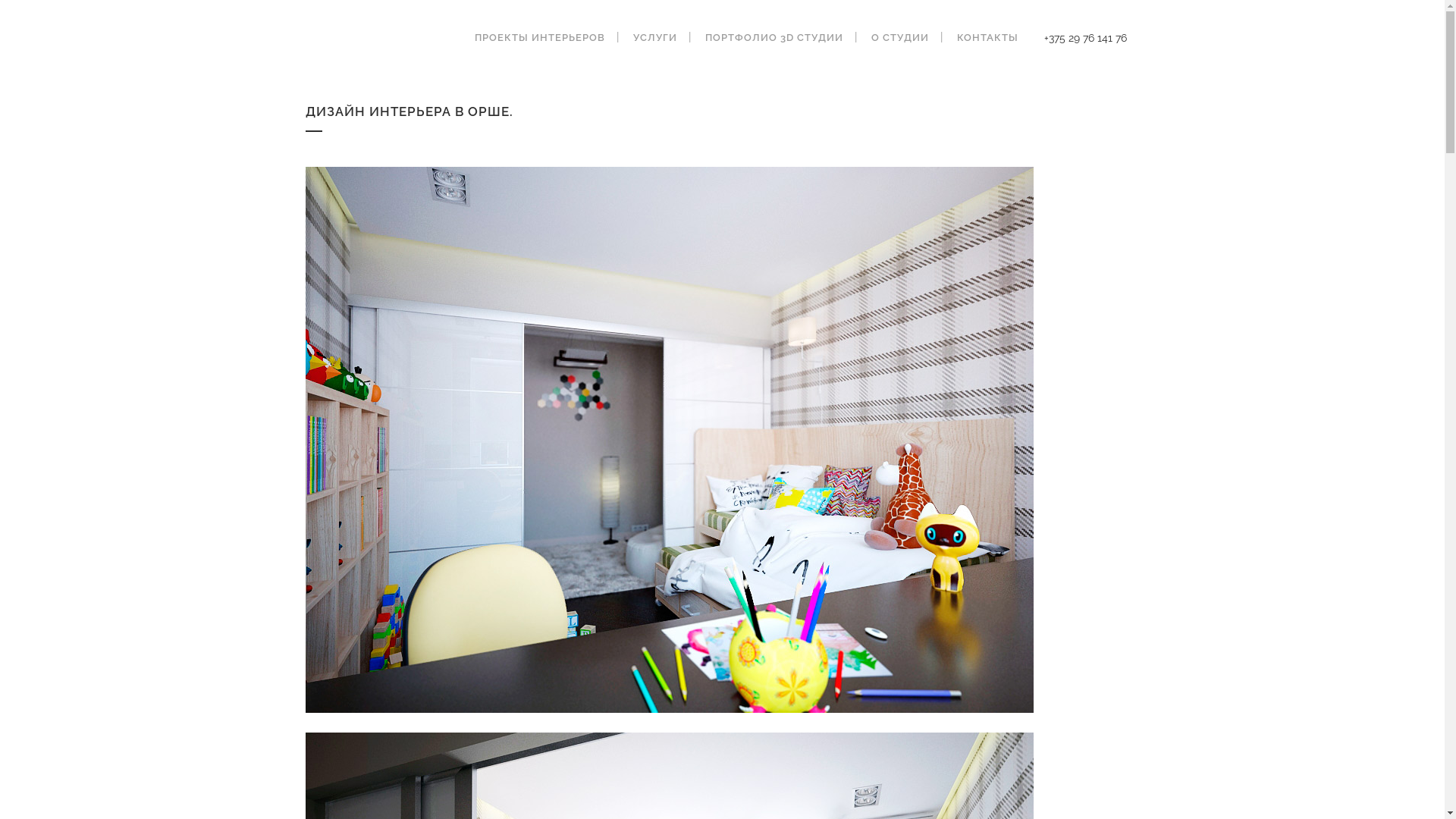  What do you see at coordinates (1084, 37) in the screenshot?
I see `'+375 29 76 141 76'` at bounding box center [1084, 37].